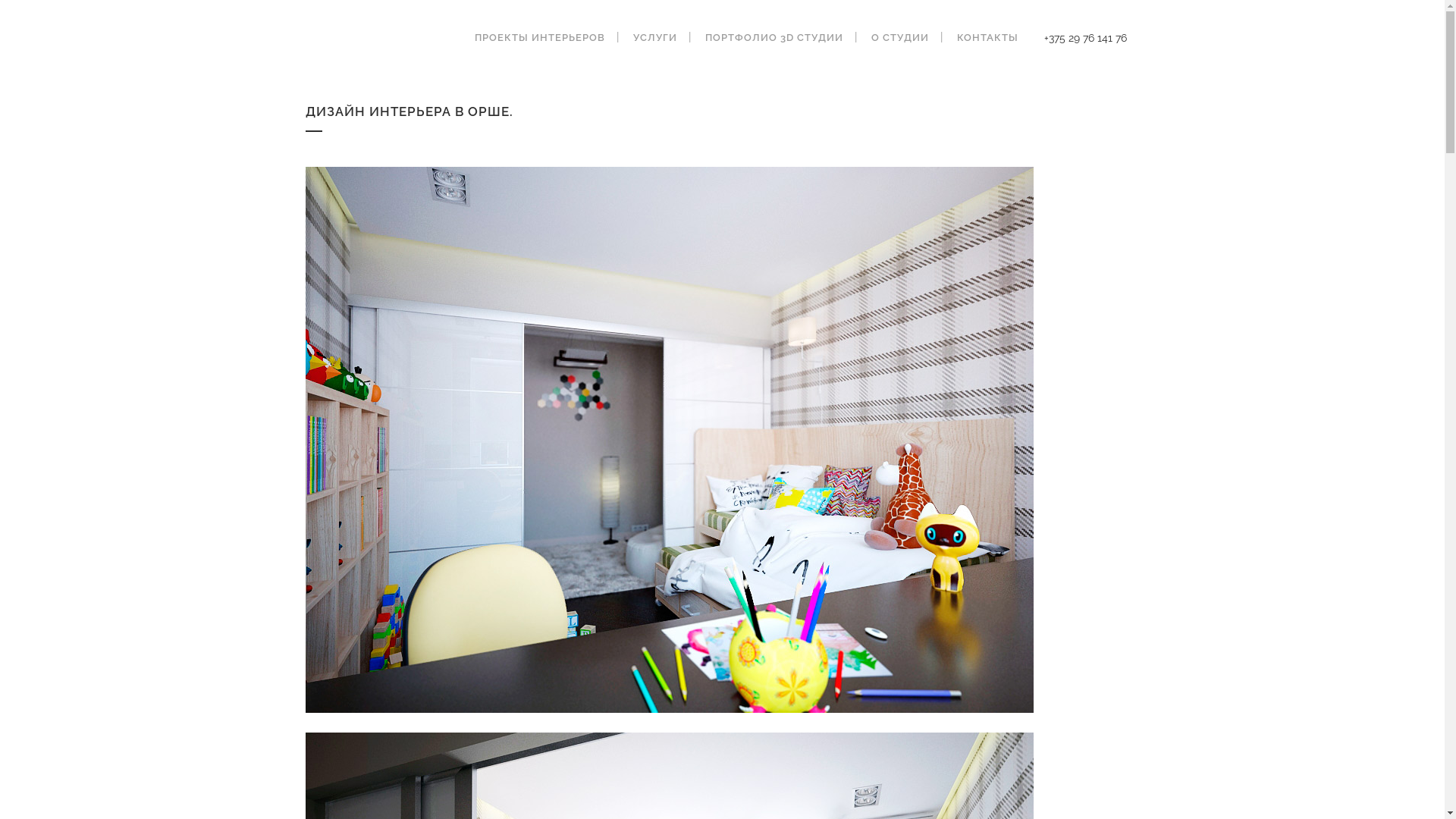  What do you see at coordinates (1084, 37) in the screenshot?
I see `'+375 29 76 141 76'` at bounding box center [1084, 37].